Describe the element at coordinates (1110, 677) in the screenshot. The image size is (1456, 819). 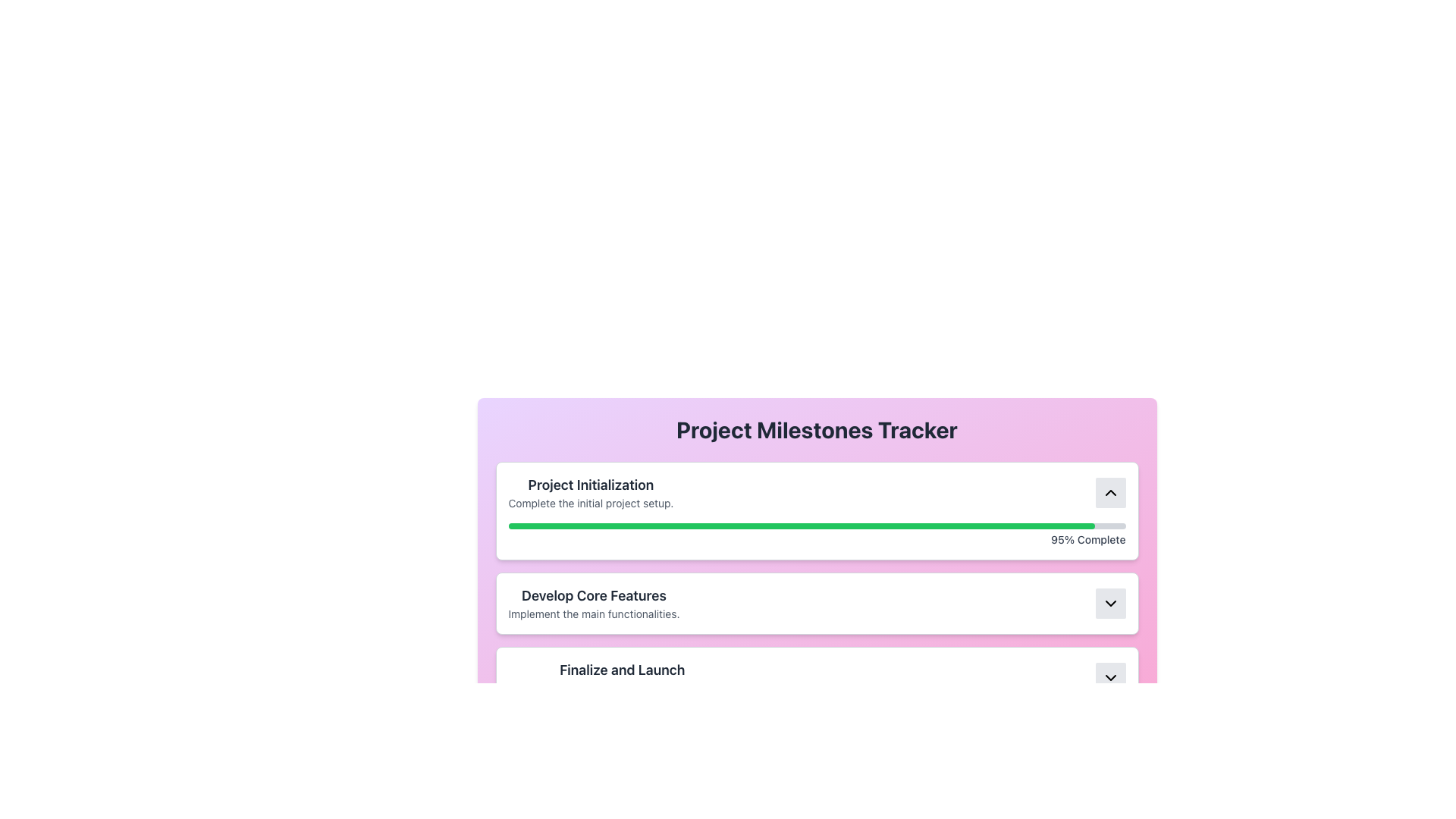
I see `the compact rectangular button with a light gray background and a downward-pointing chevron icon, located to the right of the 'Finalize and Launch' section` at that location.